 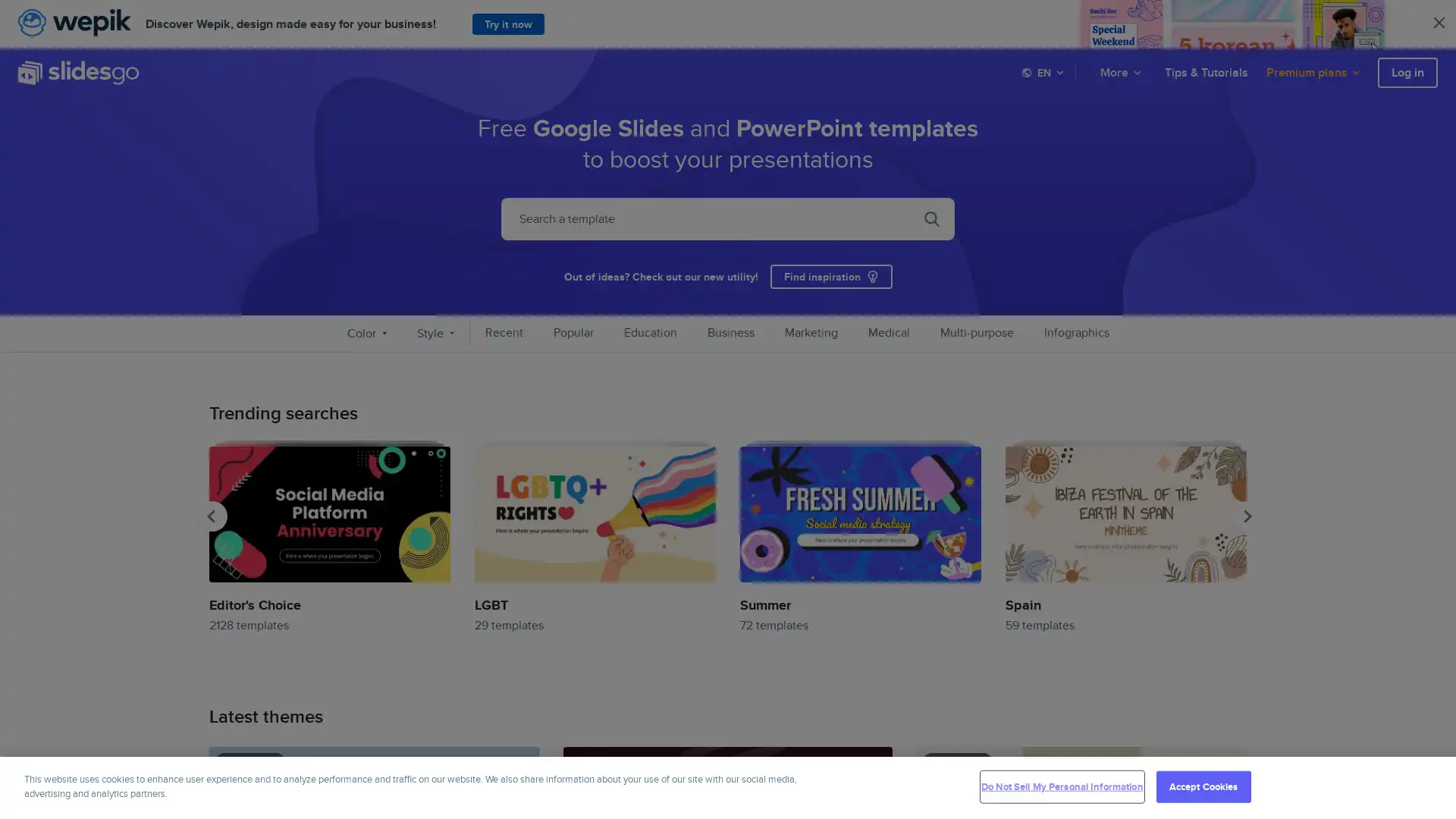 I want to click on Accept Cookies, so click(x=1202, y=786).